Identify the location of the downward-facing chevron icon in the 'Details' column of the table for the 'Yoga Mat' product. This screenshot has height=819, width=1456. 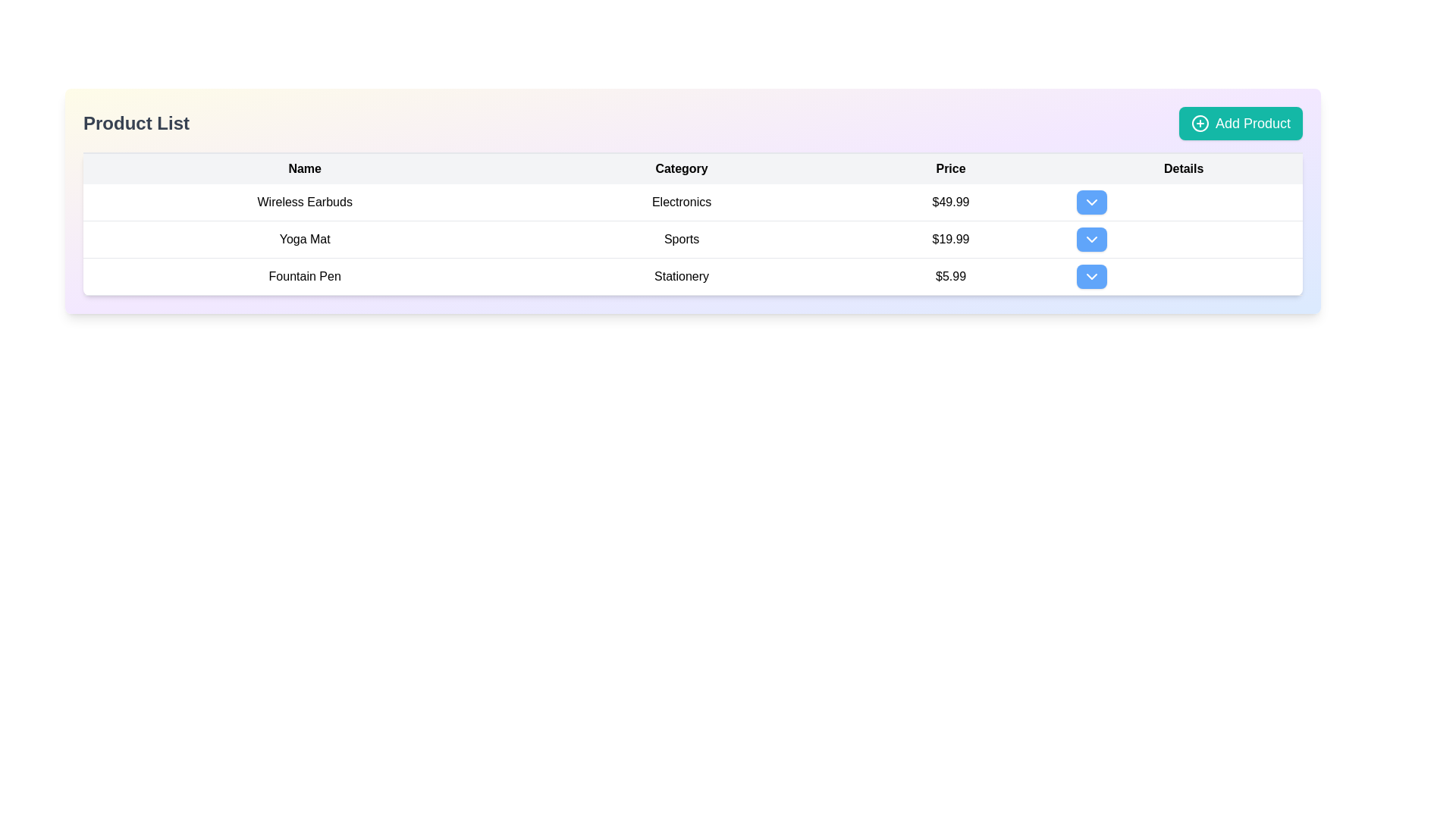
(1092, 239).